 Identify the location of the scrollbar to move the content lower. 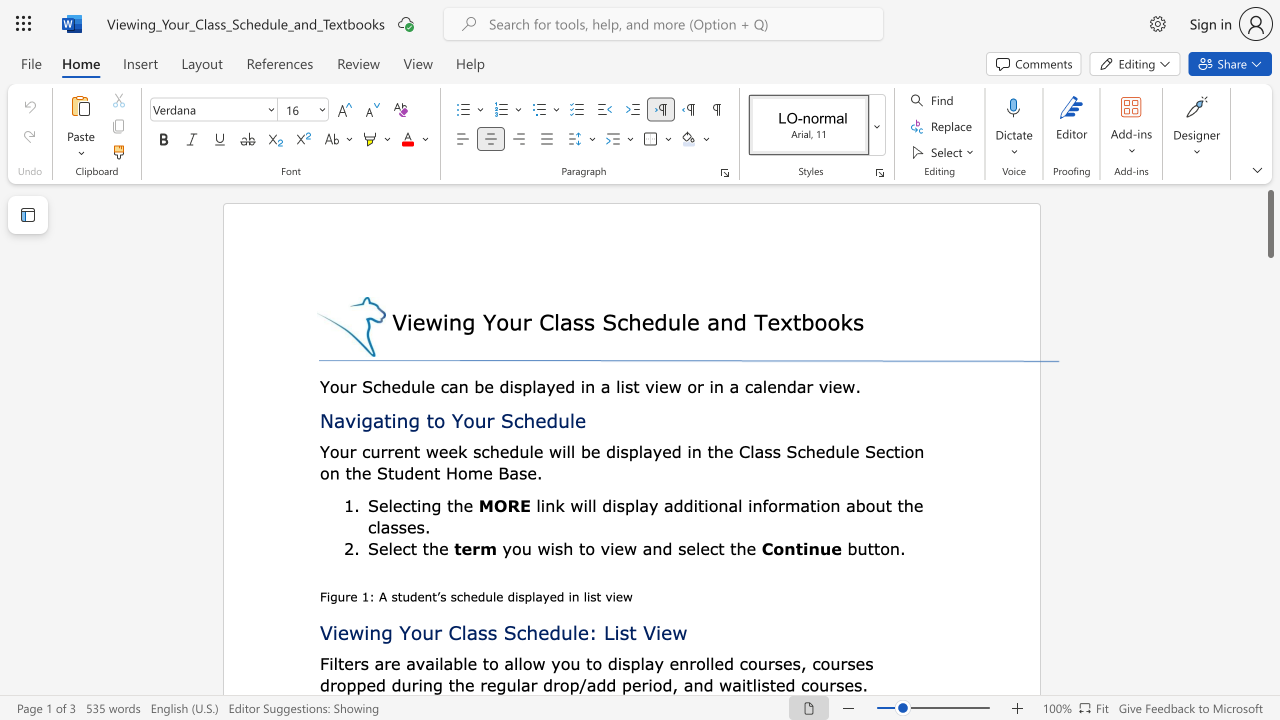
(1269, 318).